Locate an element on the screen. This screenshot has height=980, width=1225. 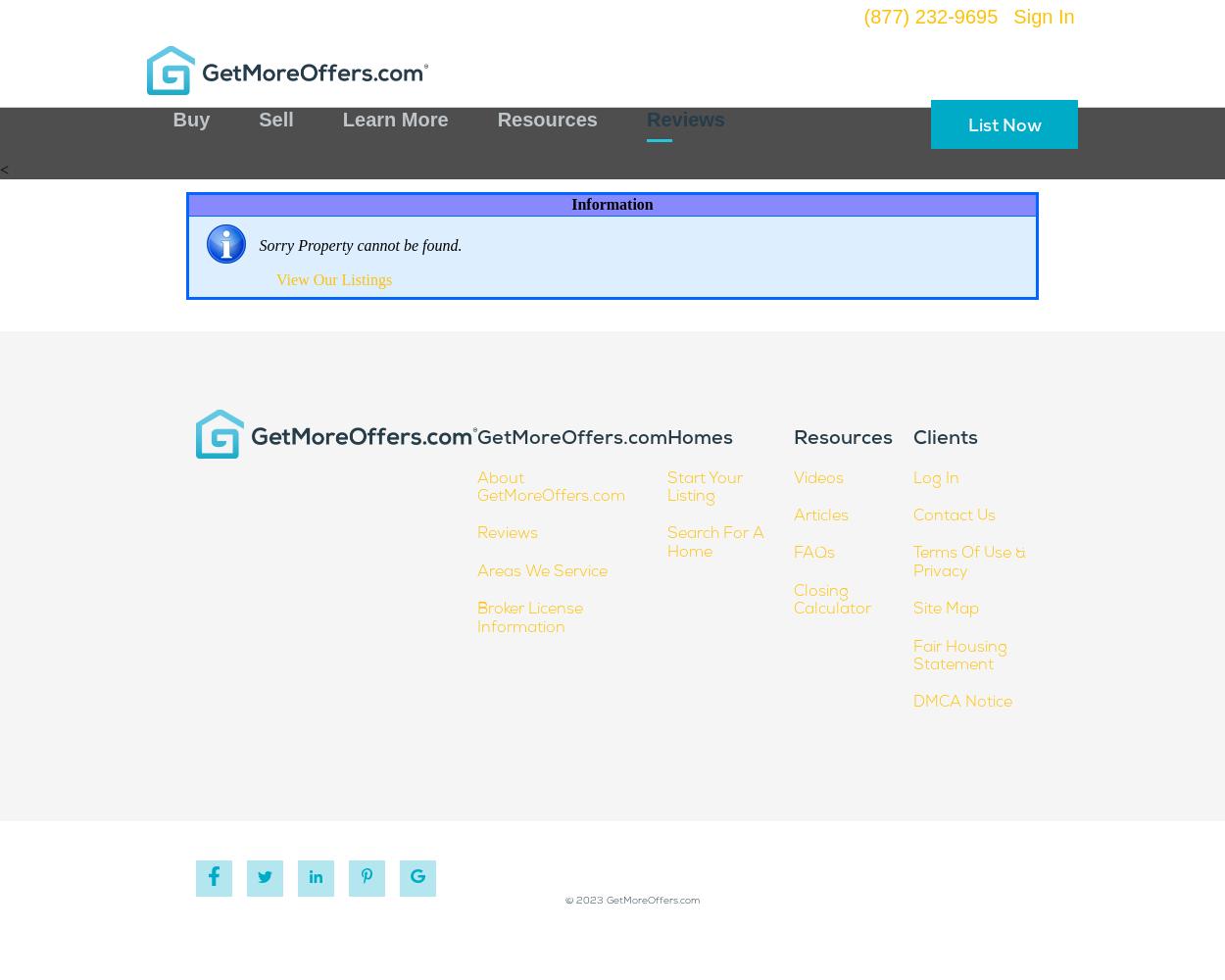
'GetMoreOffers.com' is located at coordinates (475, 438).